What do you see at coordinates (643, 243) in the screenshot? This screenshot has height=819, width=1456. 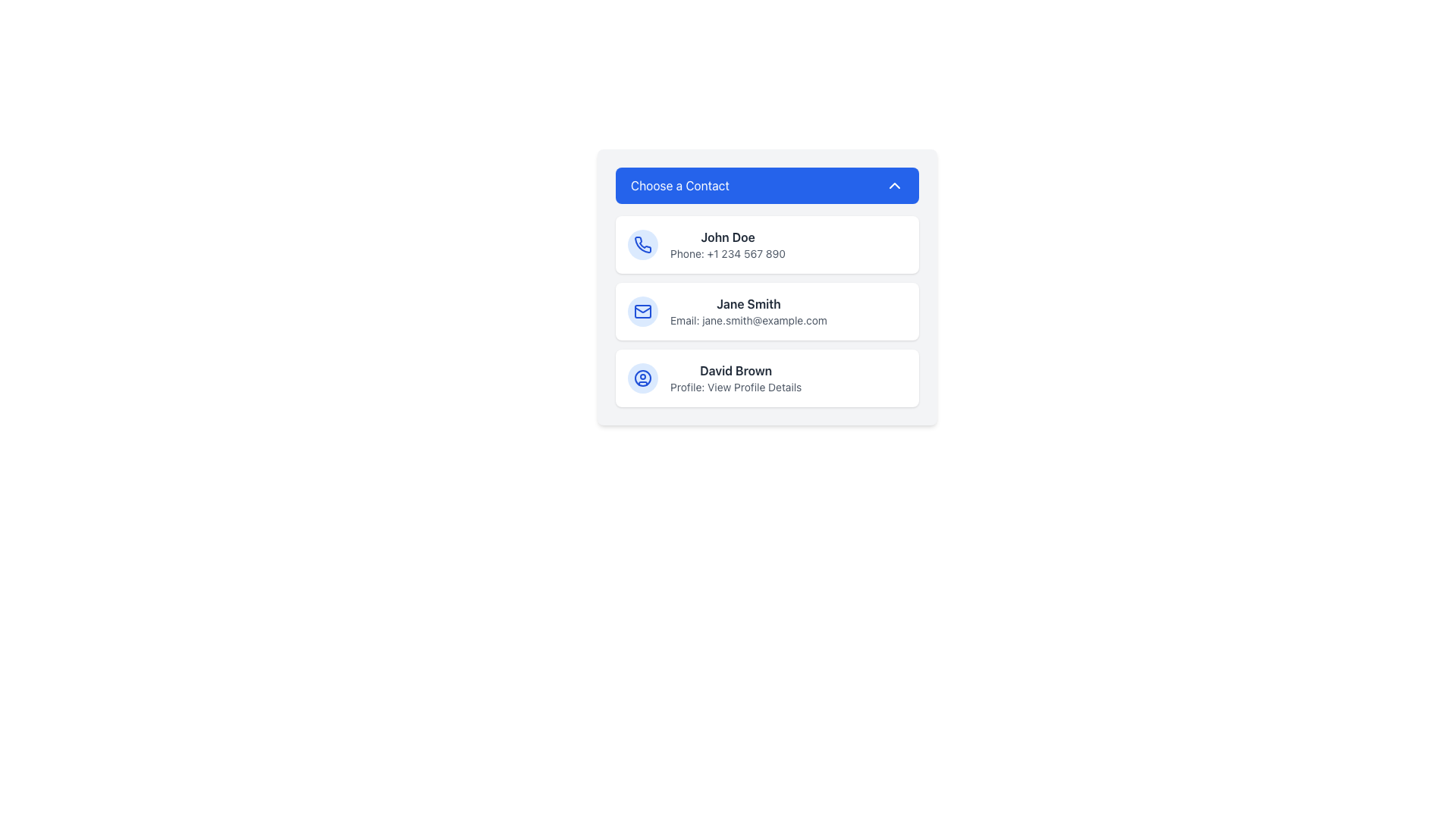 I see `the phone contact icon located on the left side of the 'John Doe' contact entry in the contact list section` at bounding box center [643, 243].